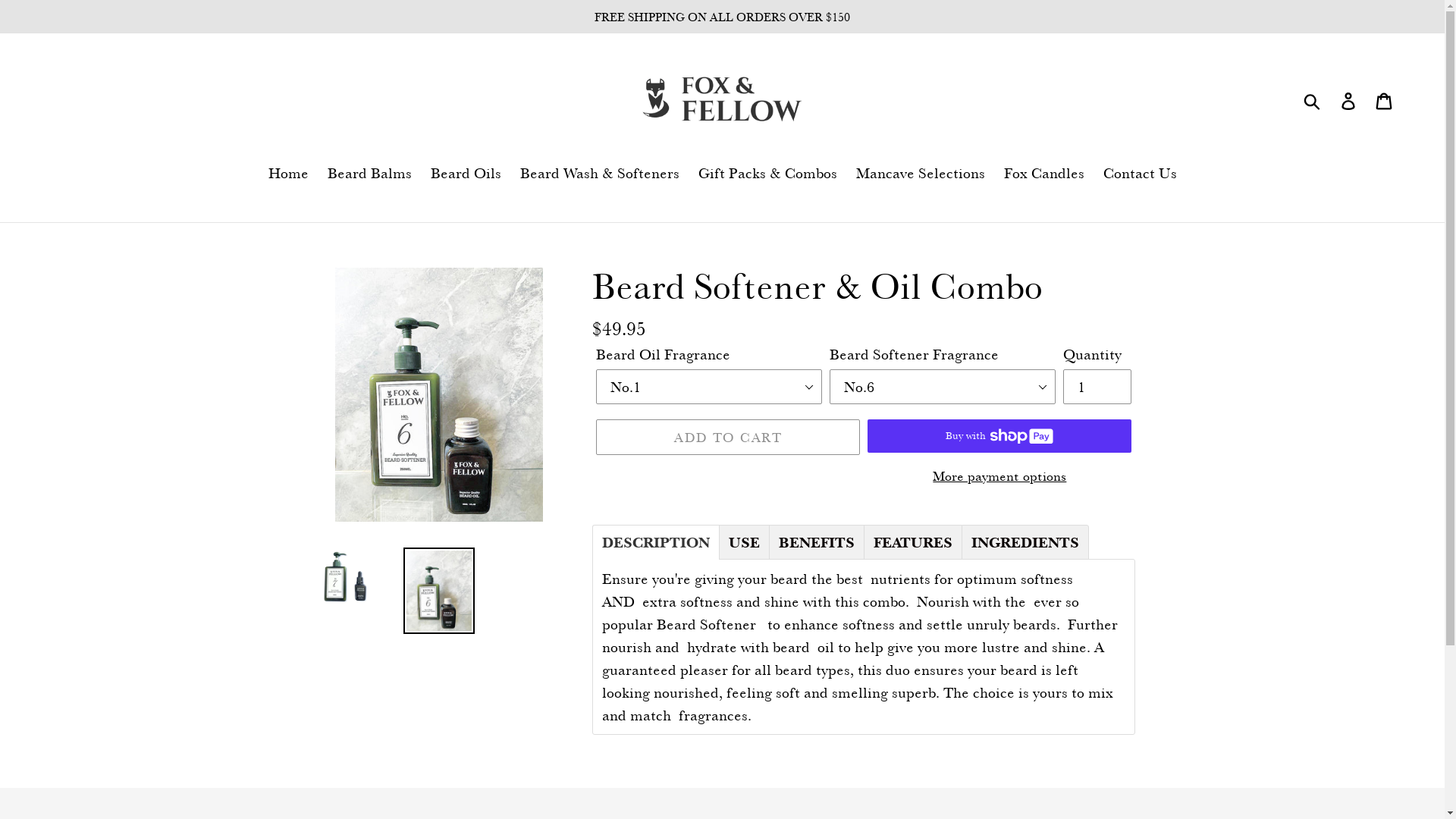 The image size is (1456, 819). What do you see at coordinates (1025, 541) in the screenshot?
I see `'INGREDIENTS'` at bounding box center [1025, 541].